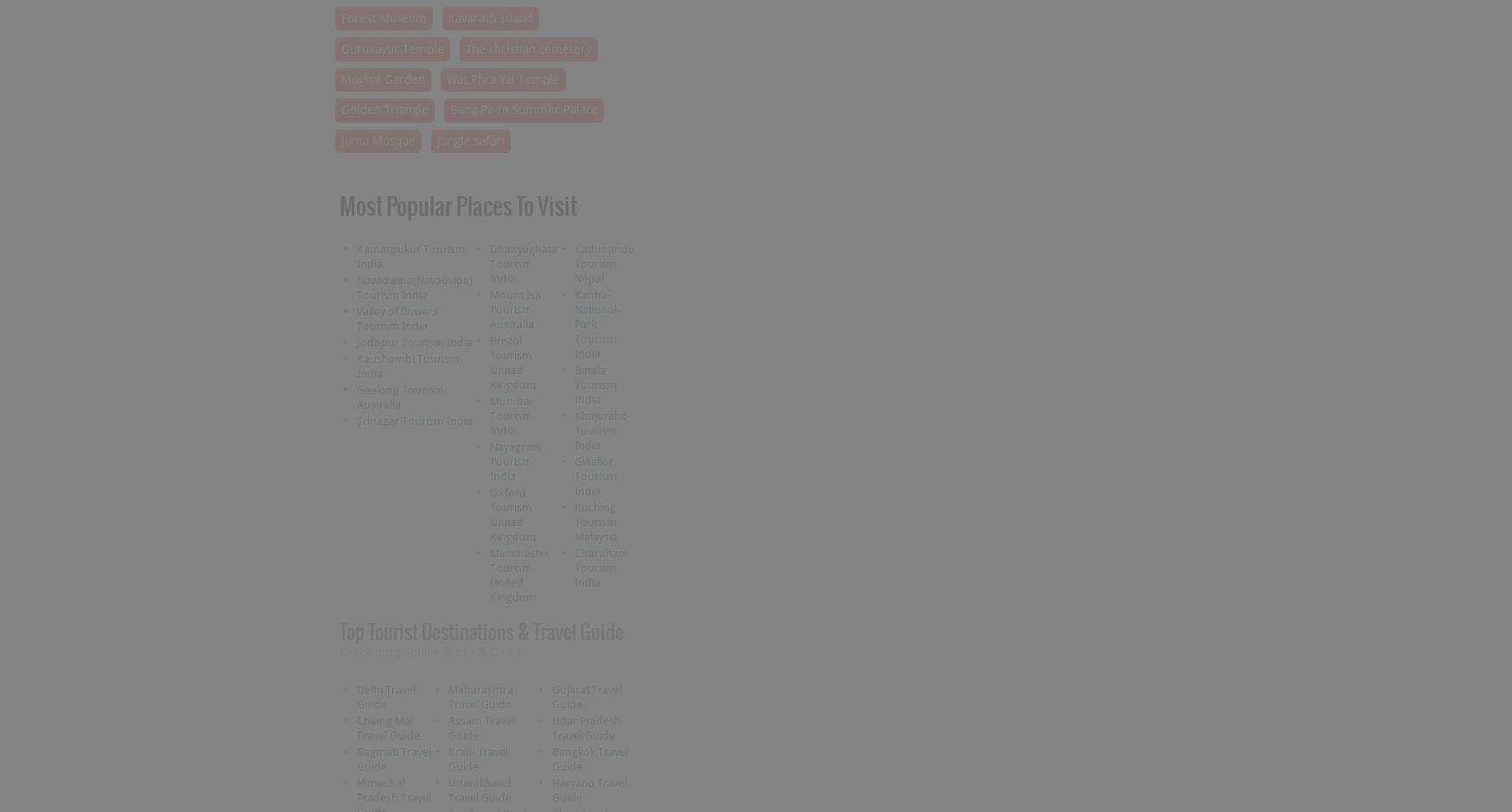 This screenshot has height=812, width=1512. What do you see at coordinates (514, 308) in the screenshot?
I see `'Mount Isa Tourism  Australia'` at bounding box center [514, 308].